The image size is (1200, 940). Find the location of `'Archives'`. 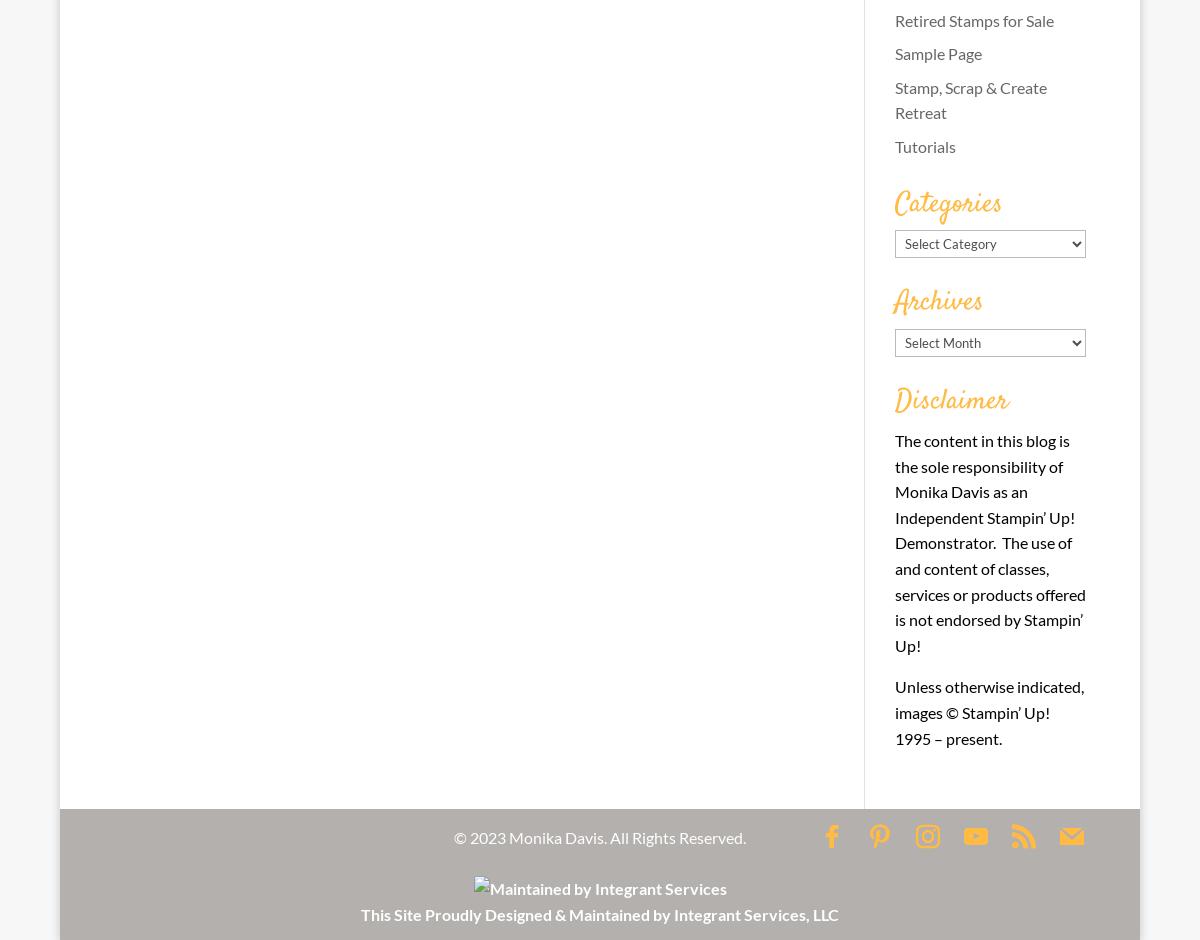

'Archives' is located at coordinates (938, 301).